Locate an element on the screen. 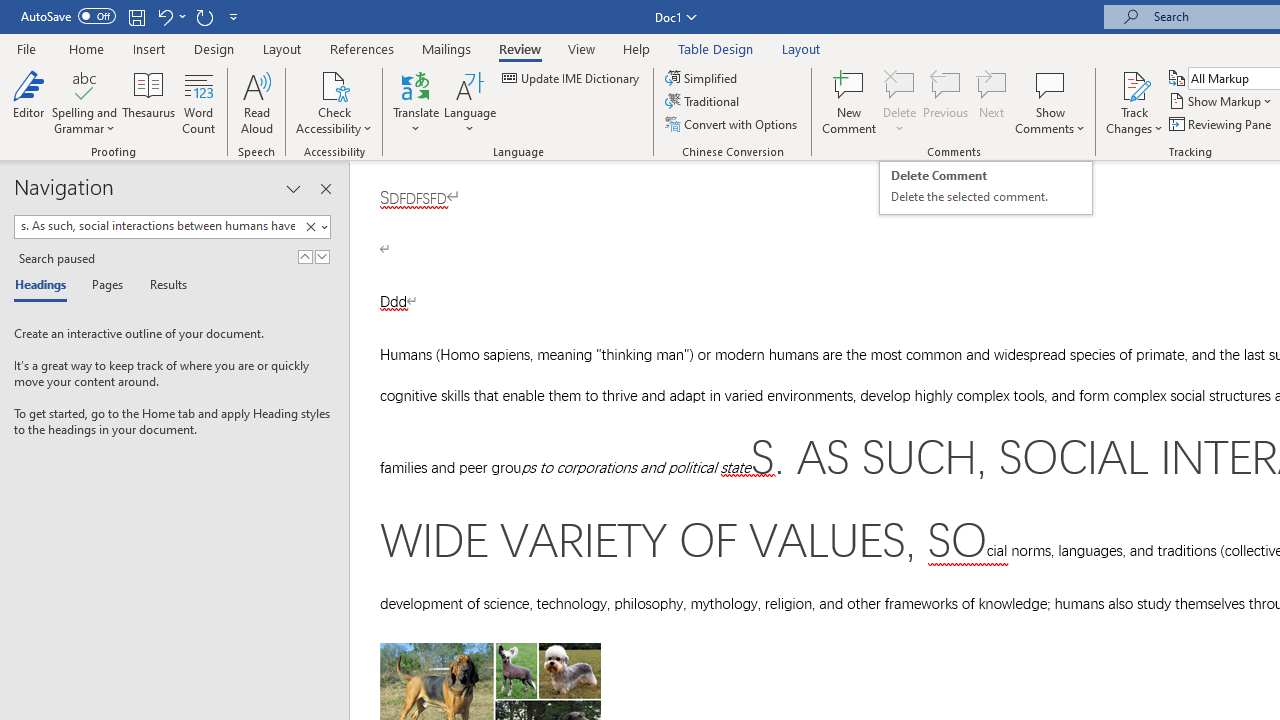 The width and height of the screenshot is (1280, 720). 'Word Count' is located at coordinates (199, 103).